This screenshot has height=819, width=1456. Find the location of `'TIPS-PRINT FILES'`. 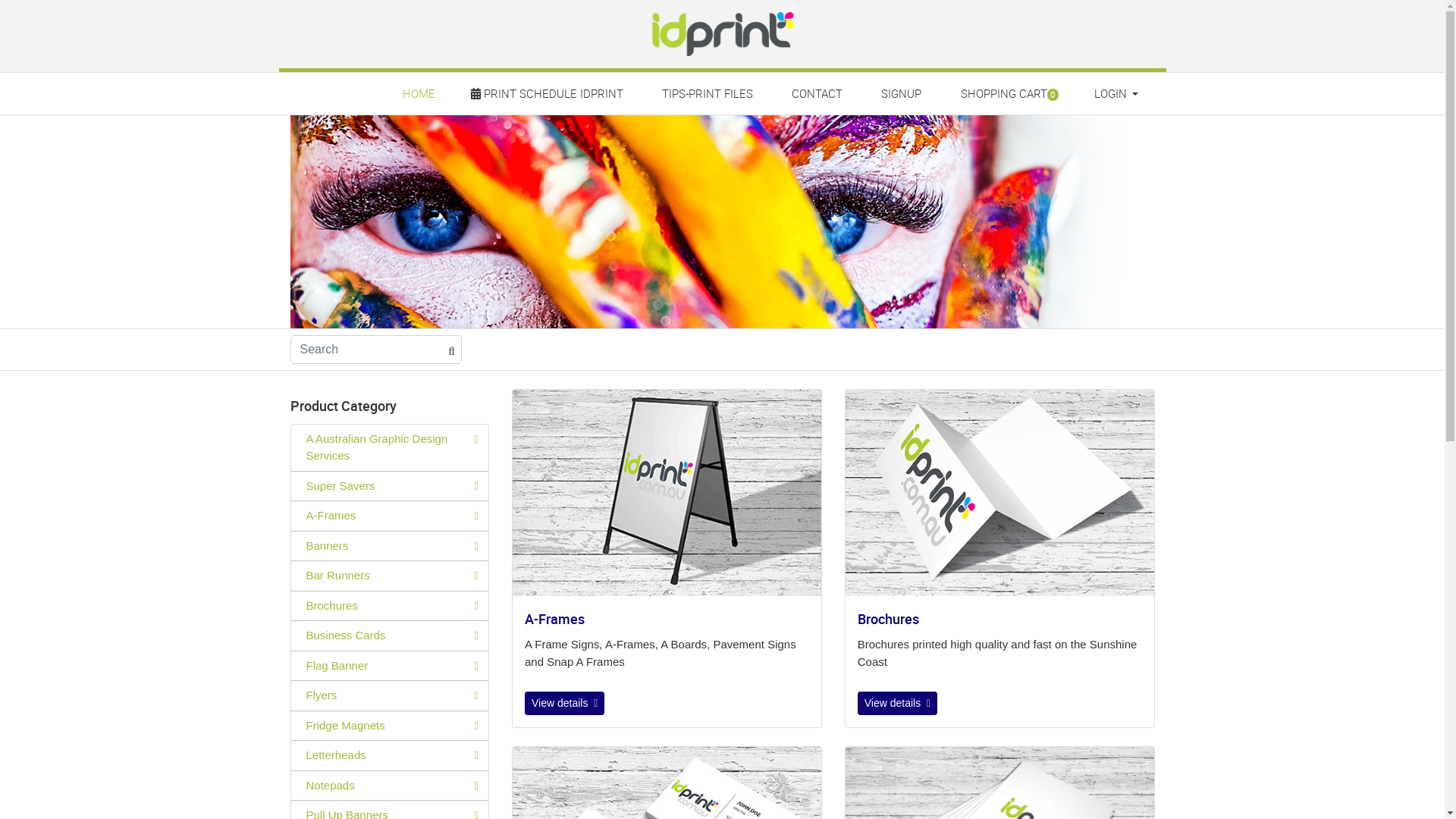

'TIPS-PRINT FILES' is located at coordinates (706, 93).